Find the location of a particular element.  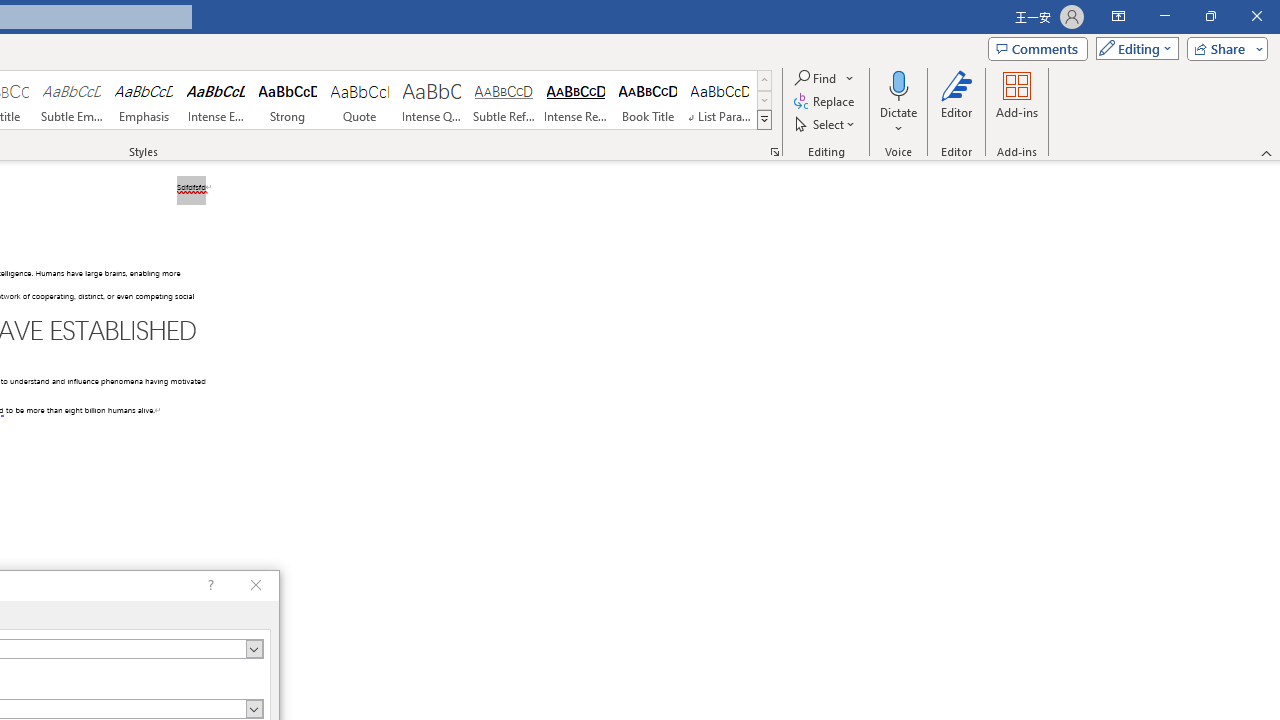

'Comments' is located at coordinates (1038, 47).